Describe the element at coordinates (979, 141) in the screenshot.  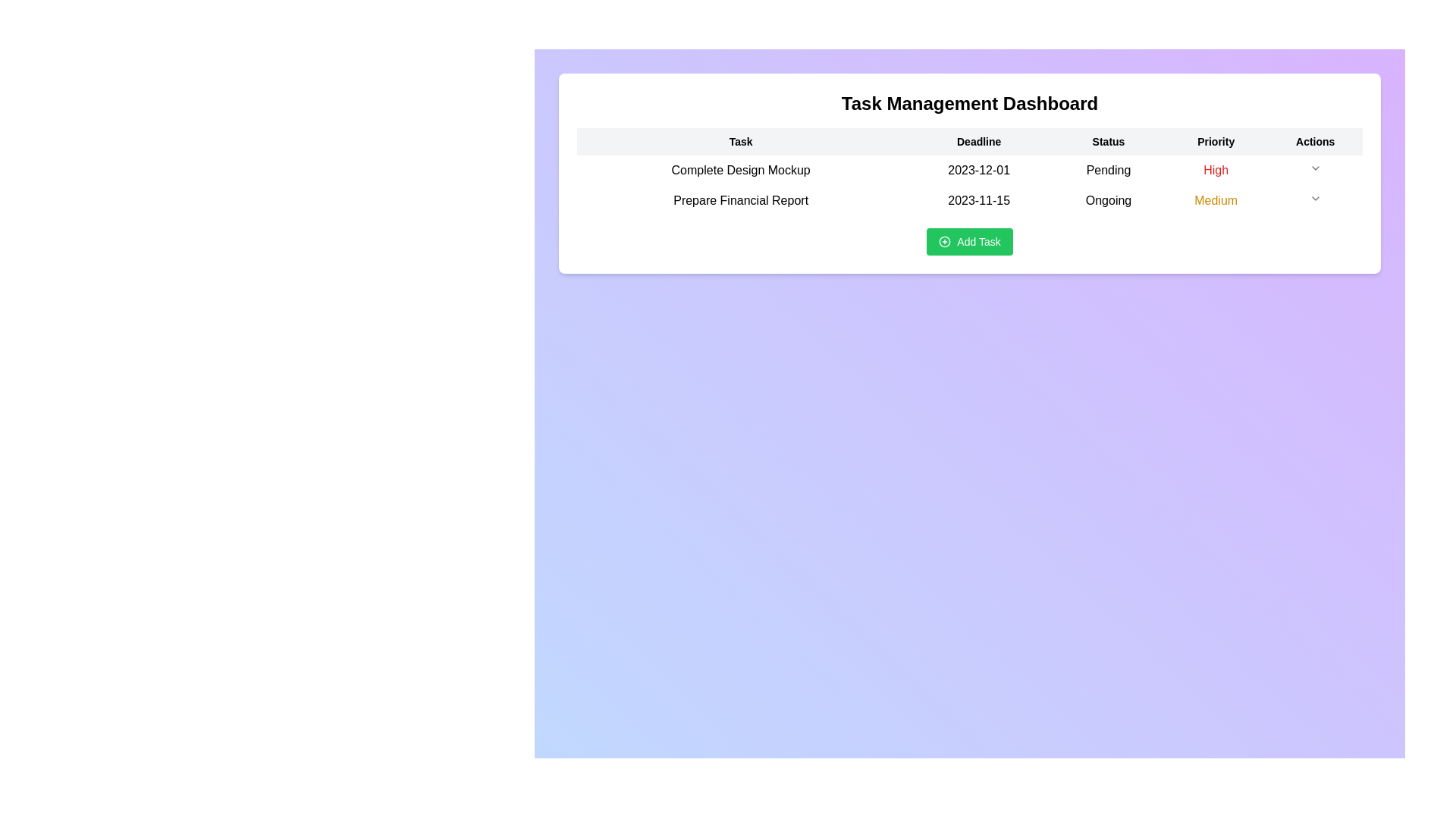
I see `the 'Deadline' text label` at that location.